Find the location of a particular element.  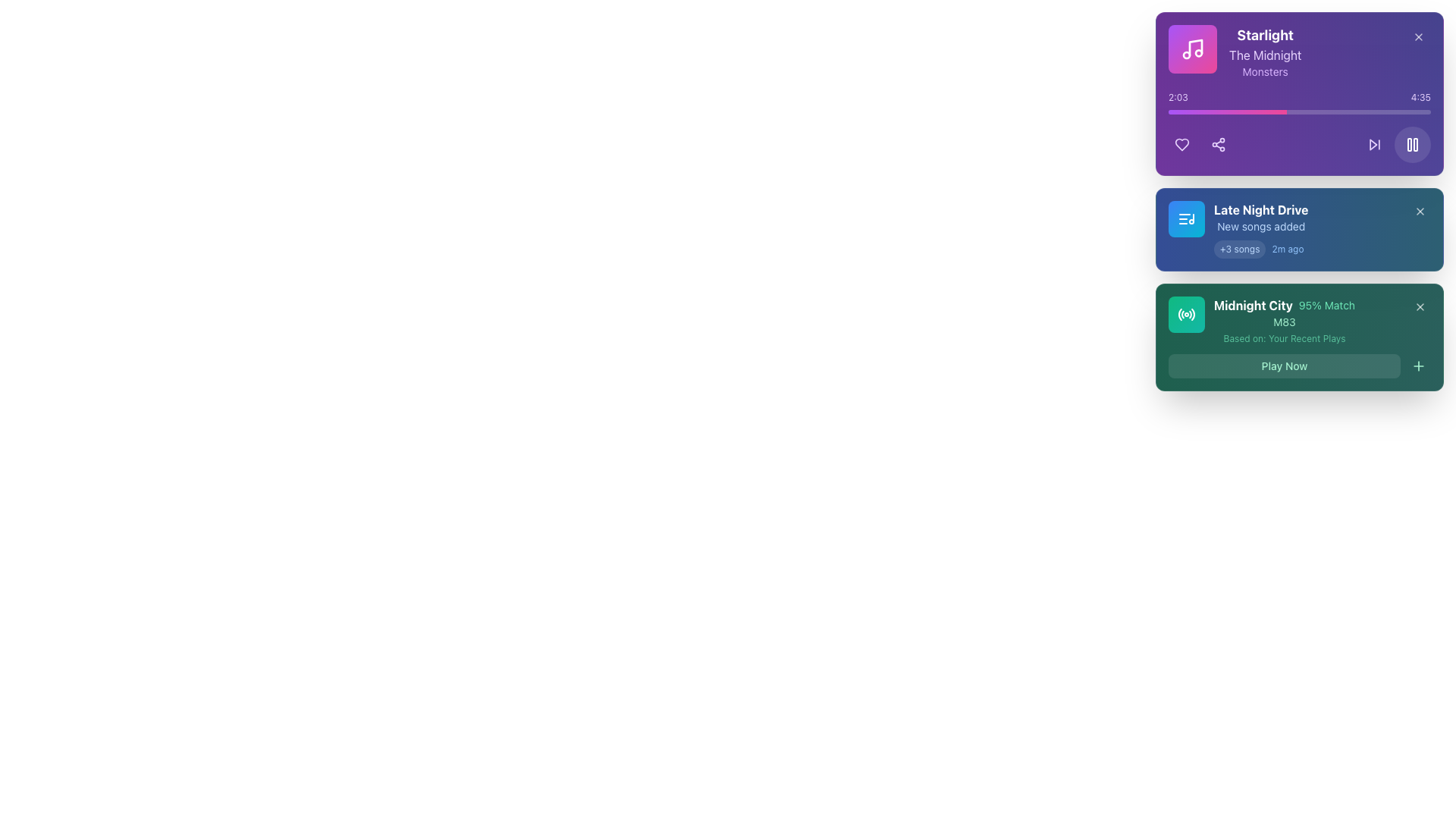

the rounded button with a soft green glow containing a plus icon is located at coordinates (1418, 366).